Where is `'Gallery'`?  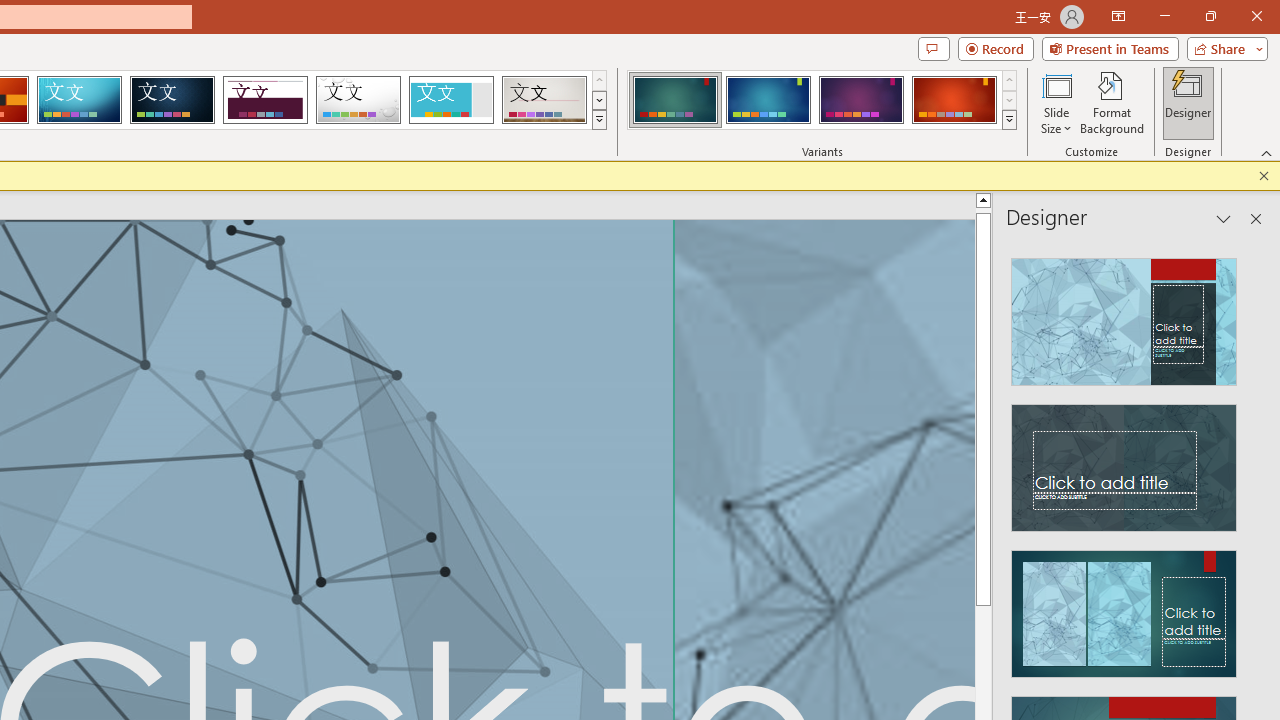
'Gallery' is located at coordinates (544, 100).